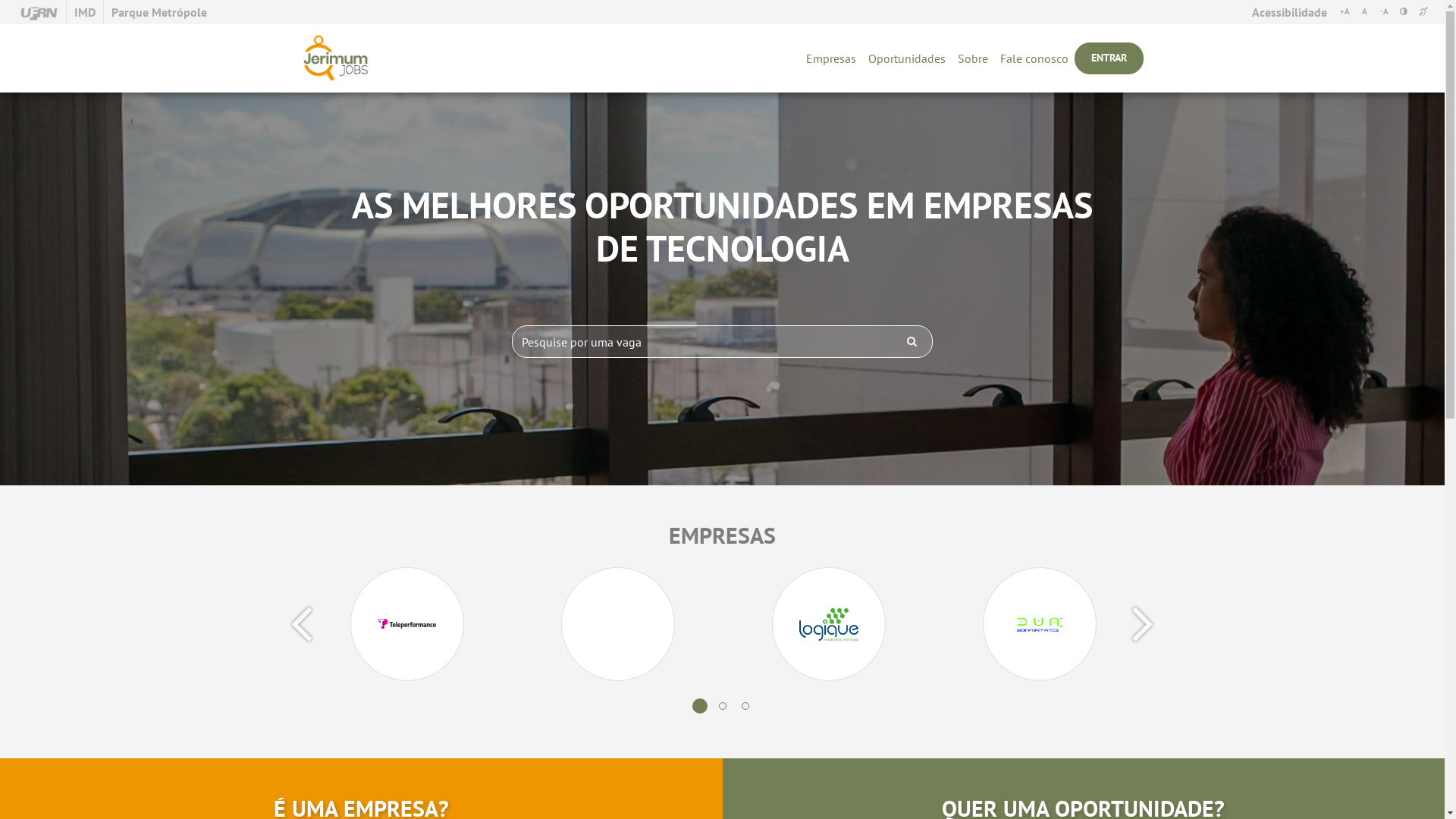 The width and height of the screenshot is (1456, 819). I want to click on 'IMD', so click(64, 11).